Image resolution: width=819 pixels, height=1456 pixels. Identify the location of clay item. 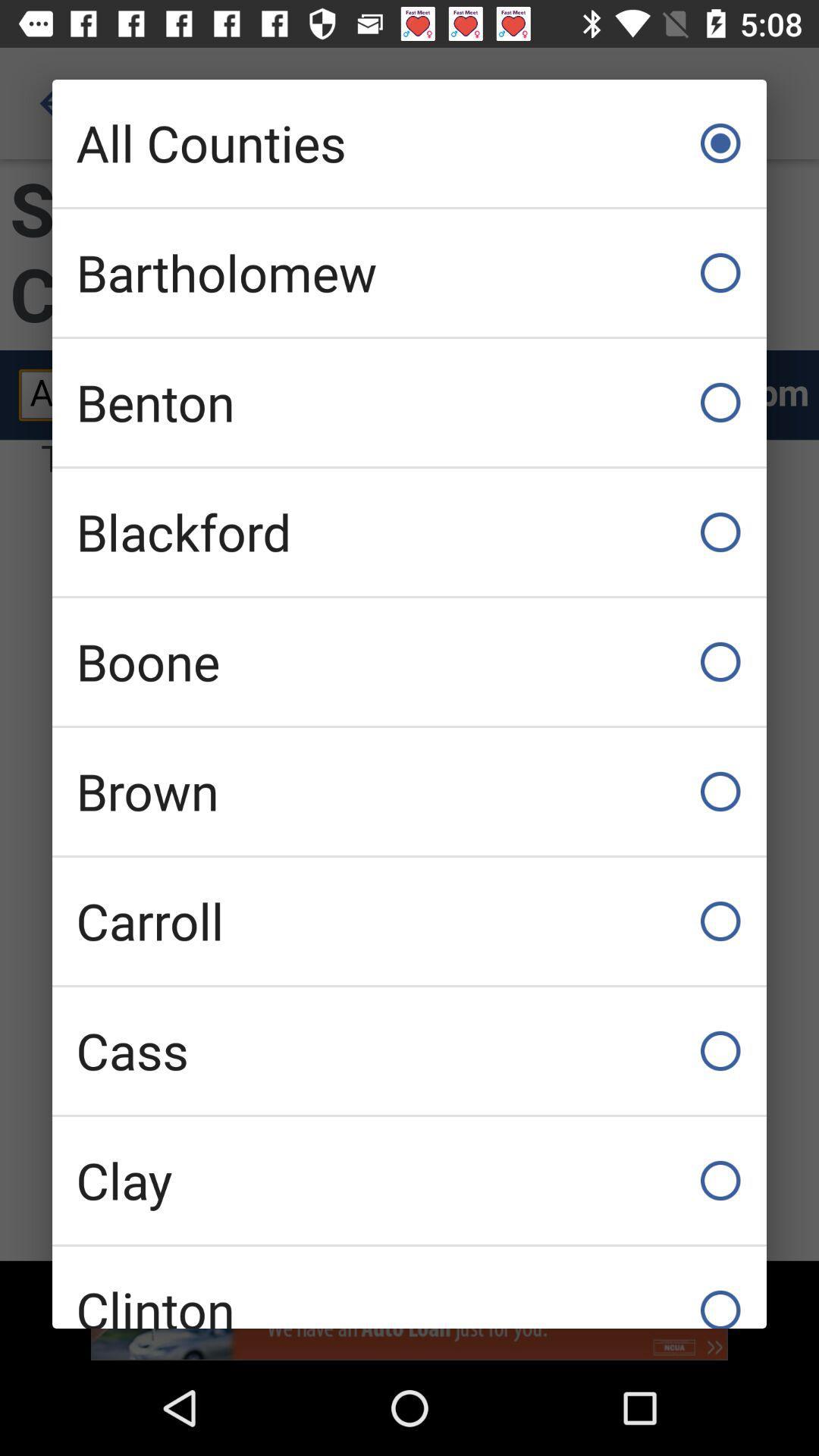
(409, 1179).